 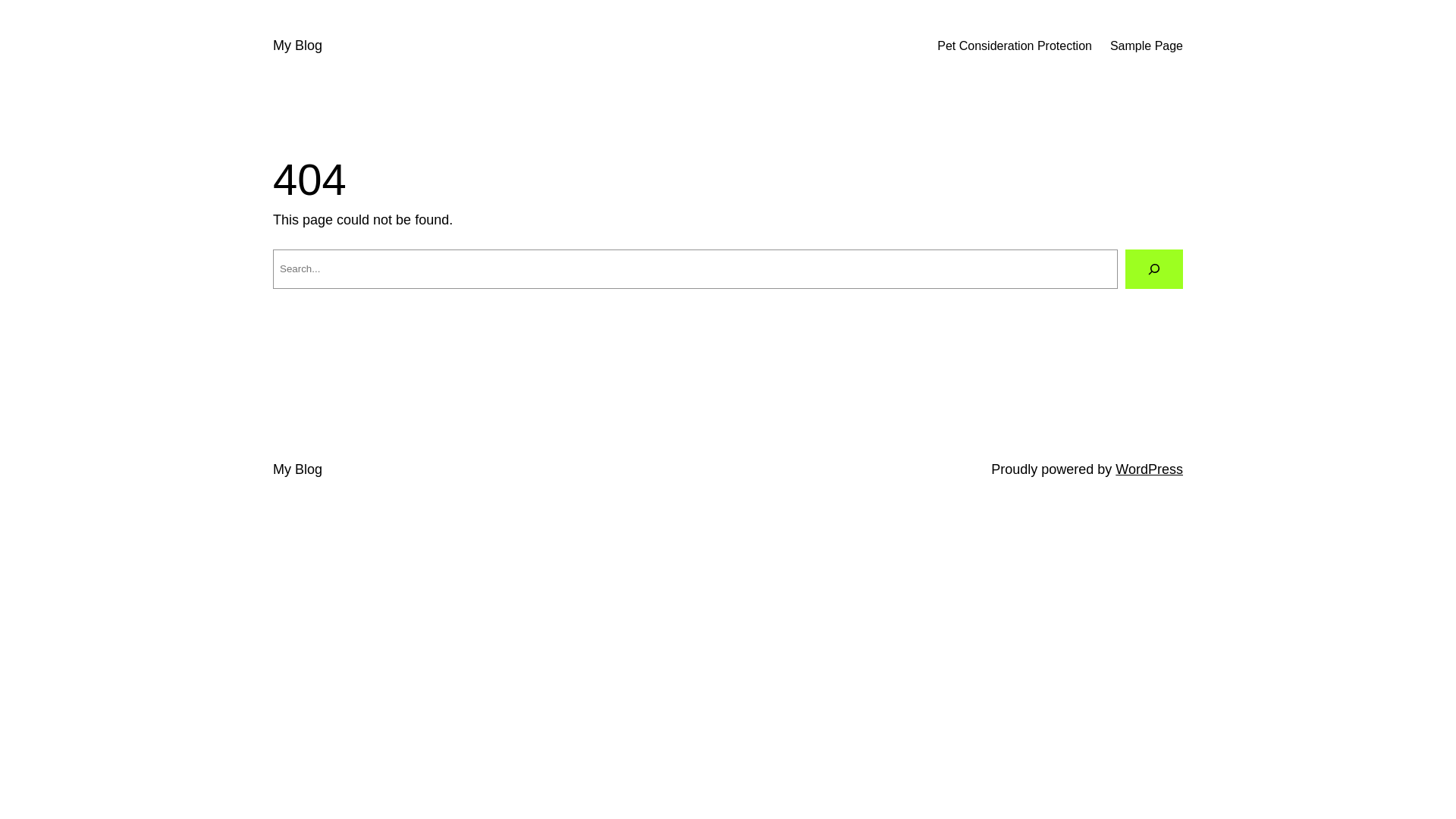 I want to click on 'Sample Page', so click(x=1110, y=45).